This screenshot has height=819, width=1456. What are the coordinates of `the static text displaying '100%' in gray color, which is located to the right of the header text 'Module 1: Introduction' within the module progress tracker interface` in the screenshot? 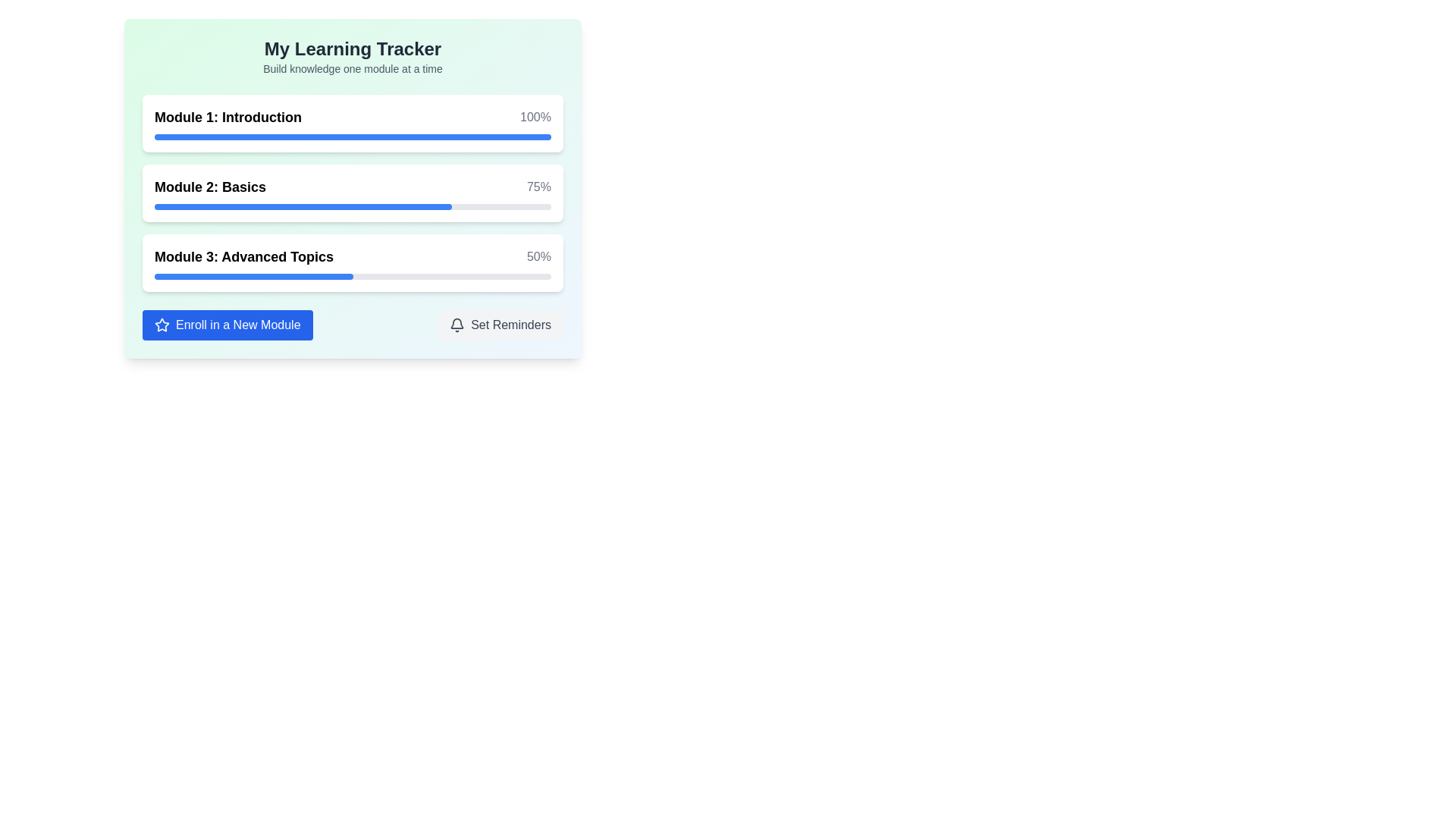 It's located at (535, 116).